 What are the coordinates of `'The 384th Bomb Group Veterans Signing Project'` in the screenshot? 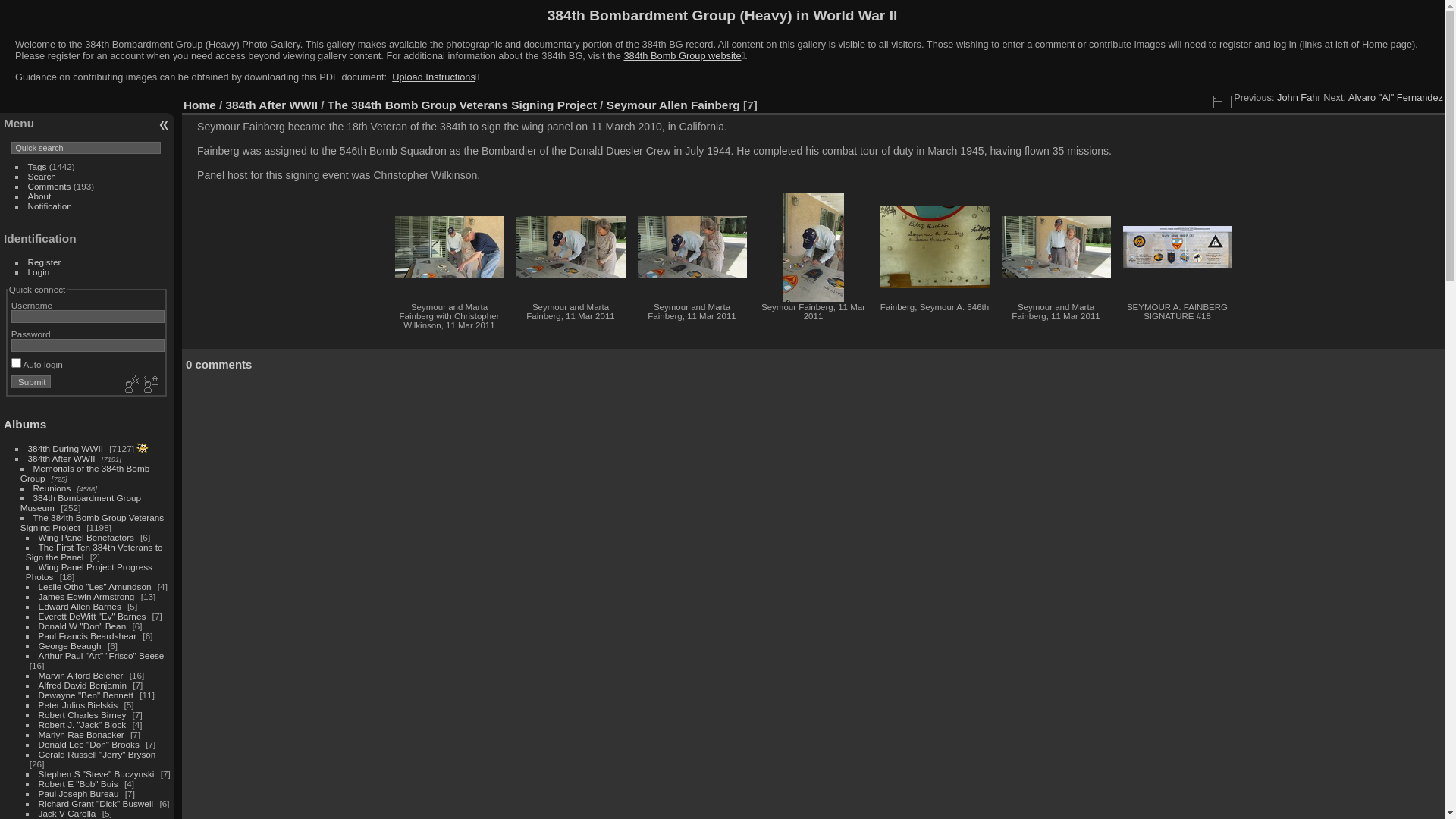 It's located at (461, 104).